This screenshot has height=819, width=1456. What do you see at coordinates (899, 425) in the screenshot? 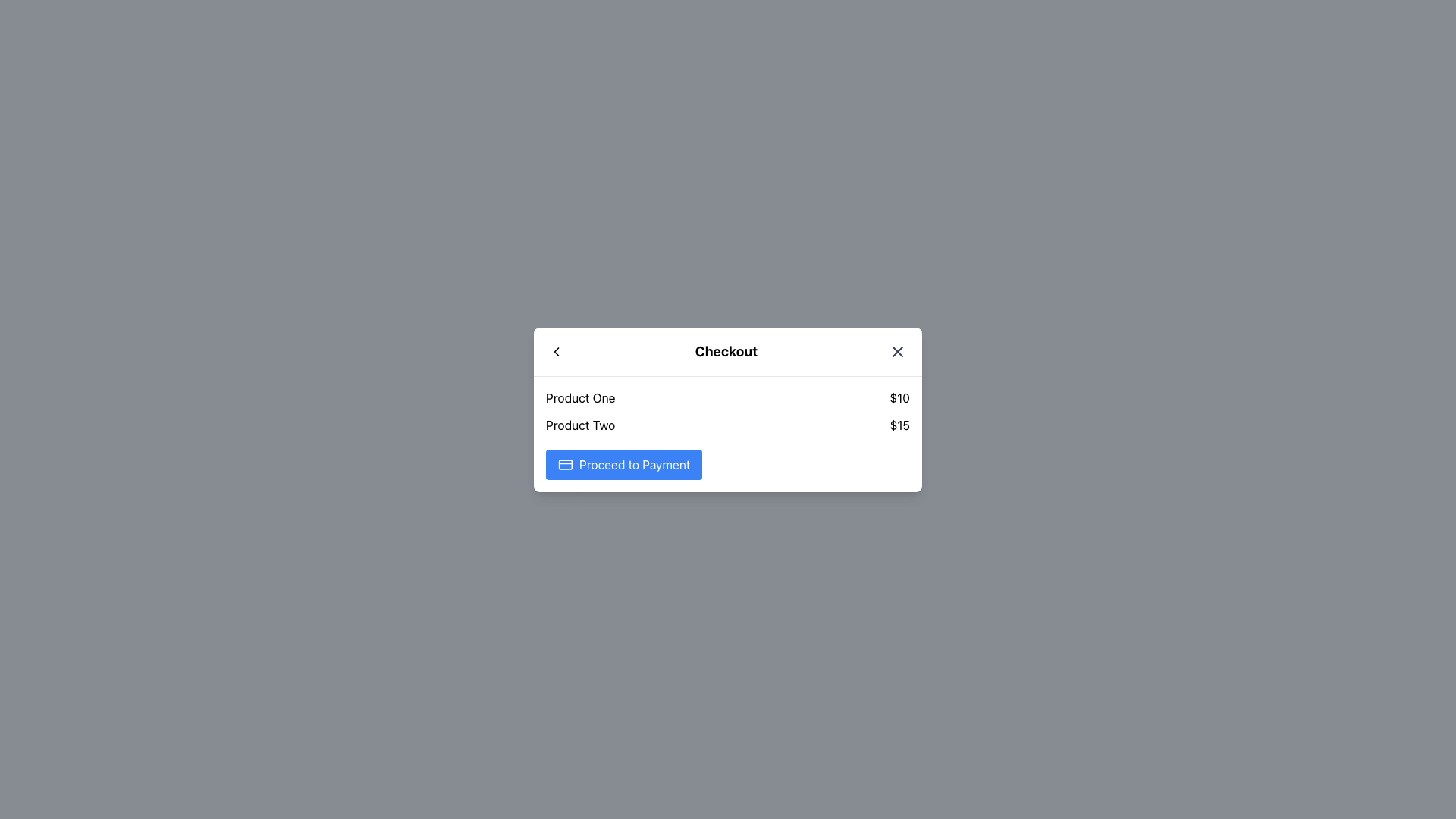
I see `the static text label displaying the monetary value '$15', which is positioned to the right of 'Product Two' in the checkout dialog box` at bounding box center [899, 425].